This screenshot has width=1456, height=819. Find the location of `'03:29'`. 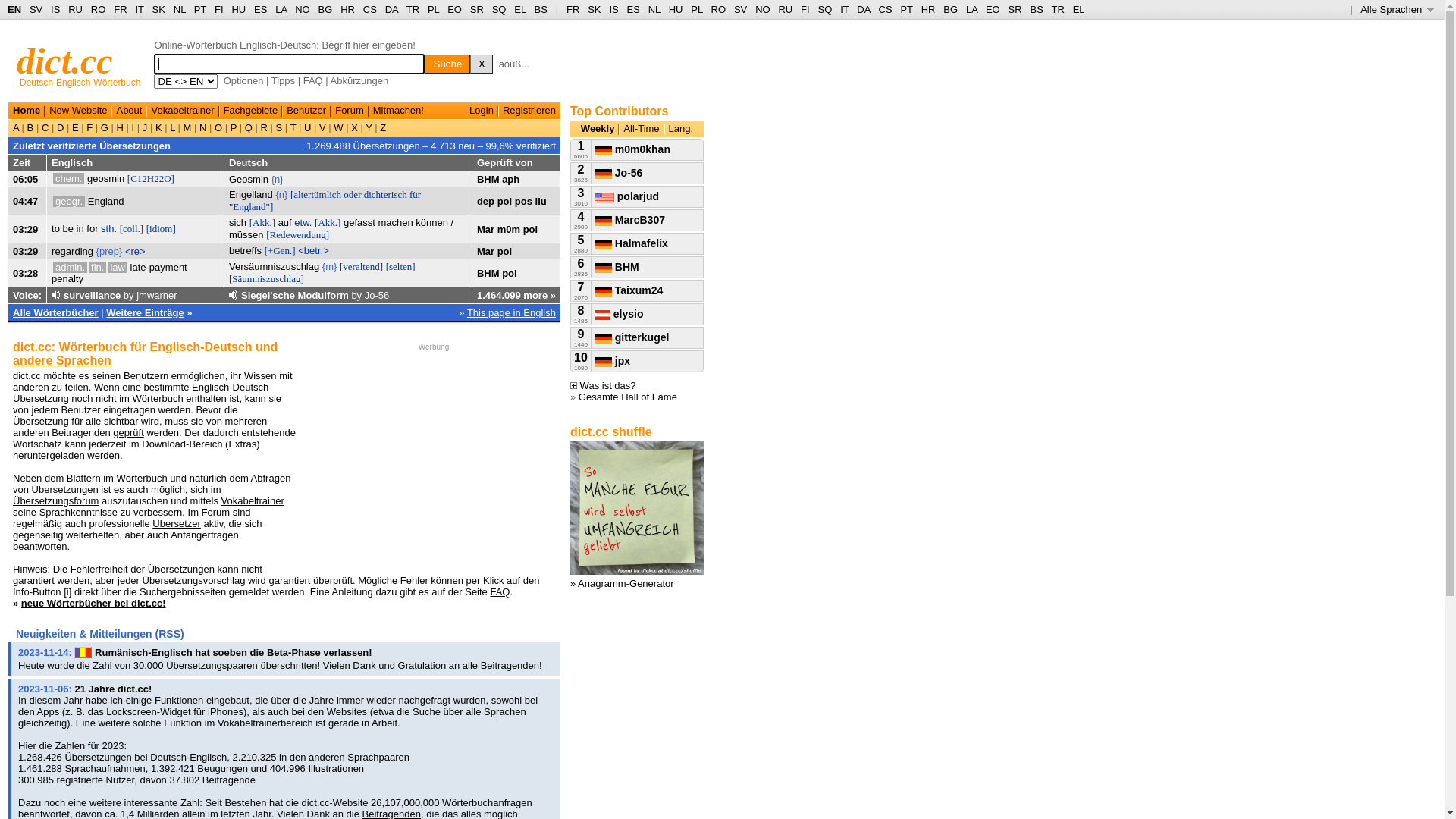

'03:29' is located at coordinates (25, 228).